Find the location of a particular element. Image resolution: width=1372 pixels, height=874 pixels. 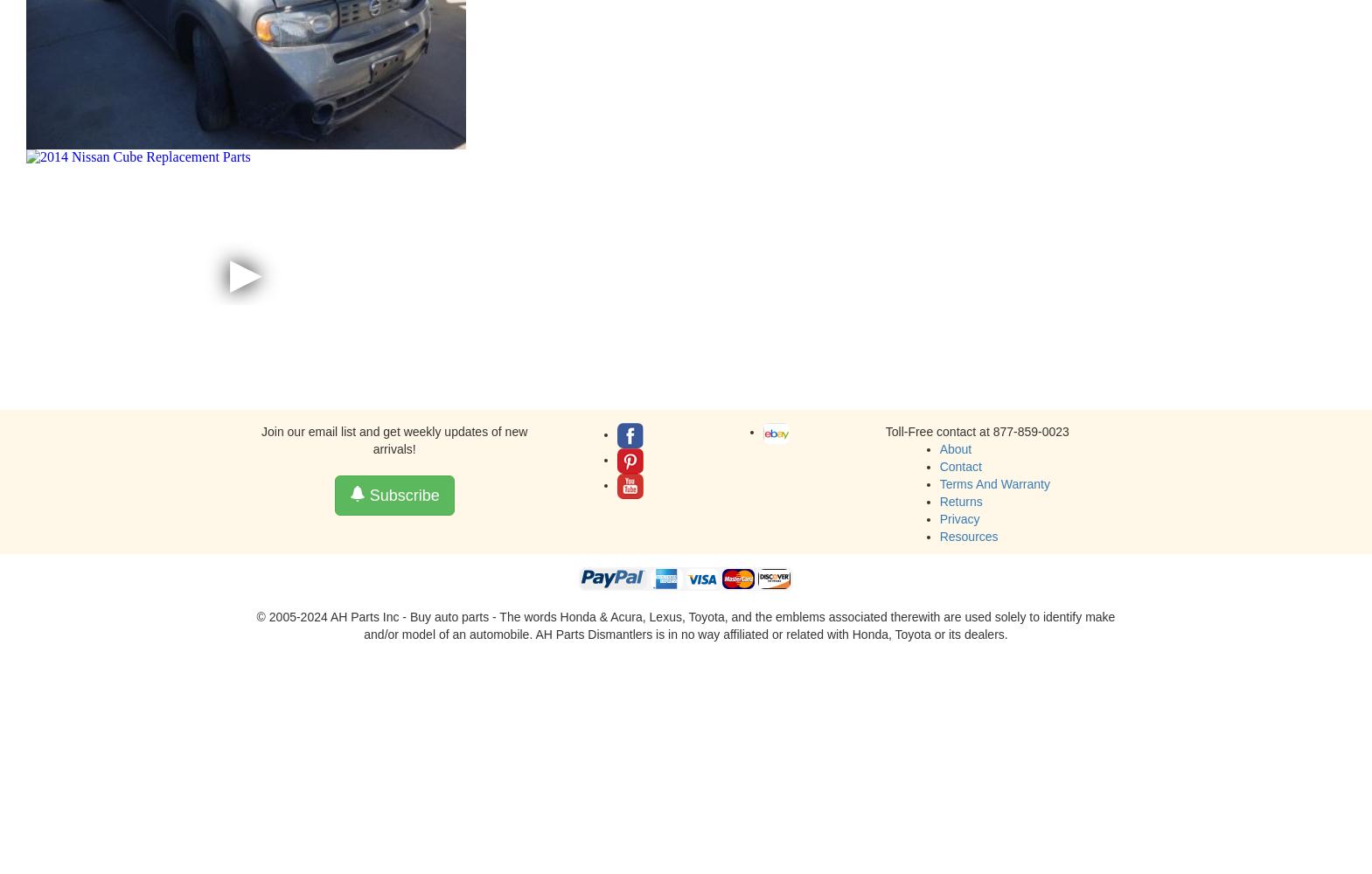

'Terms And Warranty' is located at coordinates (994, 483).